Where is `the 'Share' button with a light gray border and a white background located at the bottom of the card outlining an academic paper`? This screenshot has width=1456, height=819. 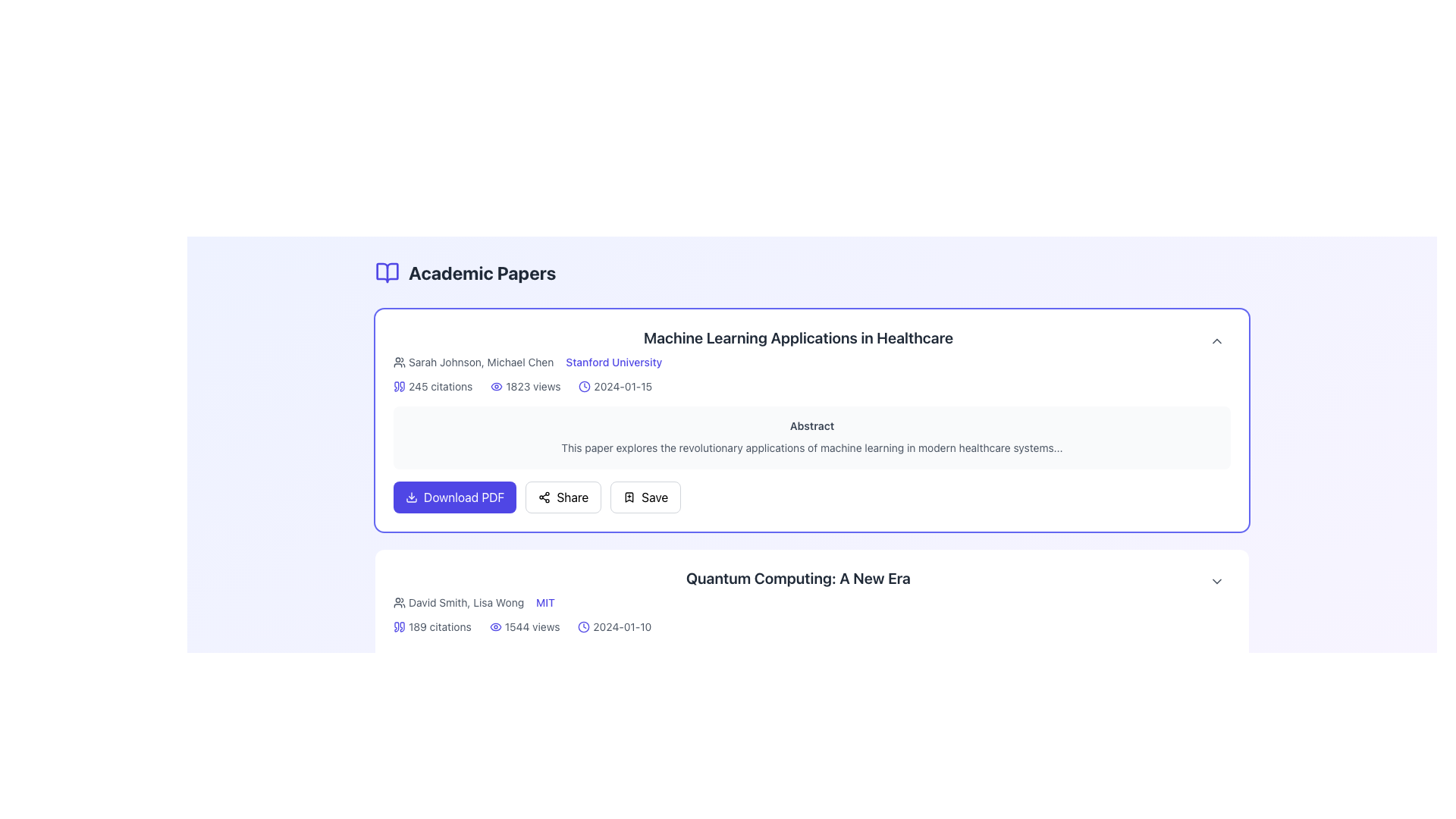
the 'Share' button with a light gray border and a white background located at the bottom of the card outlining an academic paper is located at coordinates (563, 497).